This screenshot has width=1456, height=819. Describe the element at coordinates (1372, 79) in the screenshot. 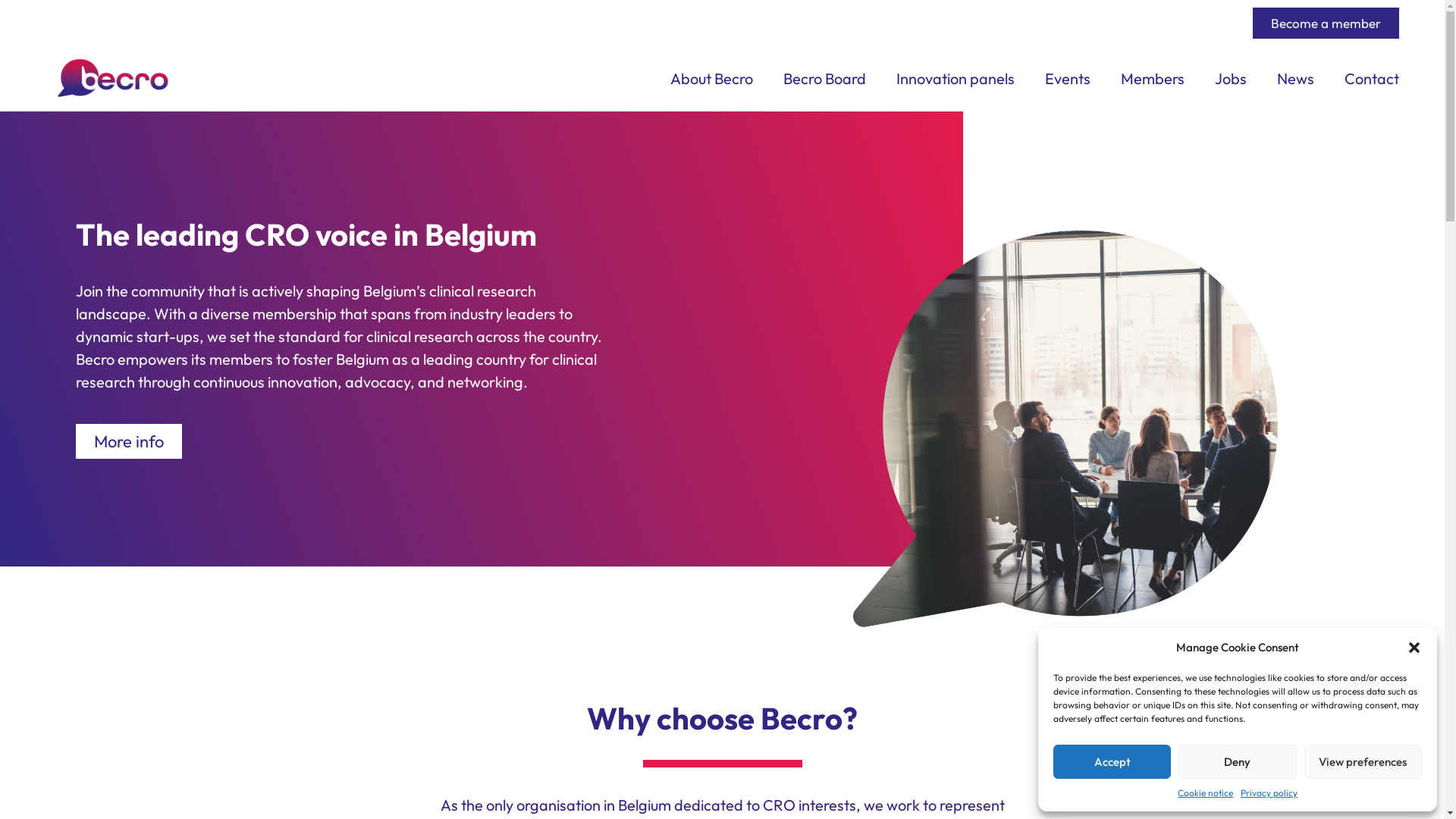

I see `'Contact'` at that location.